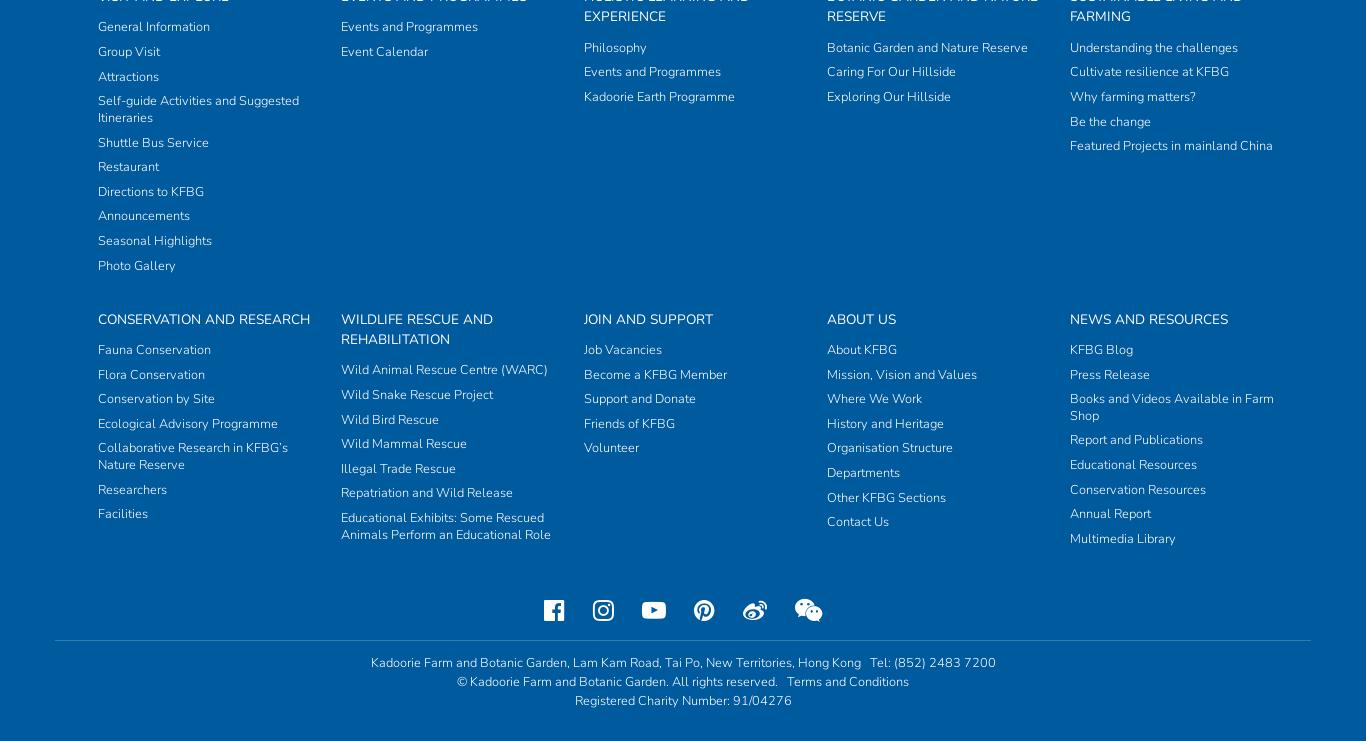 Image resolution: width=1366 pixels, height=741 pixels. I want to click on 'Wild Mammal Rescue', so click(339, 52).